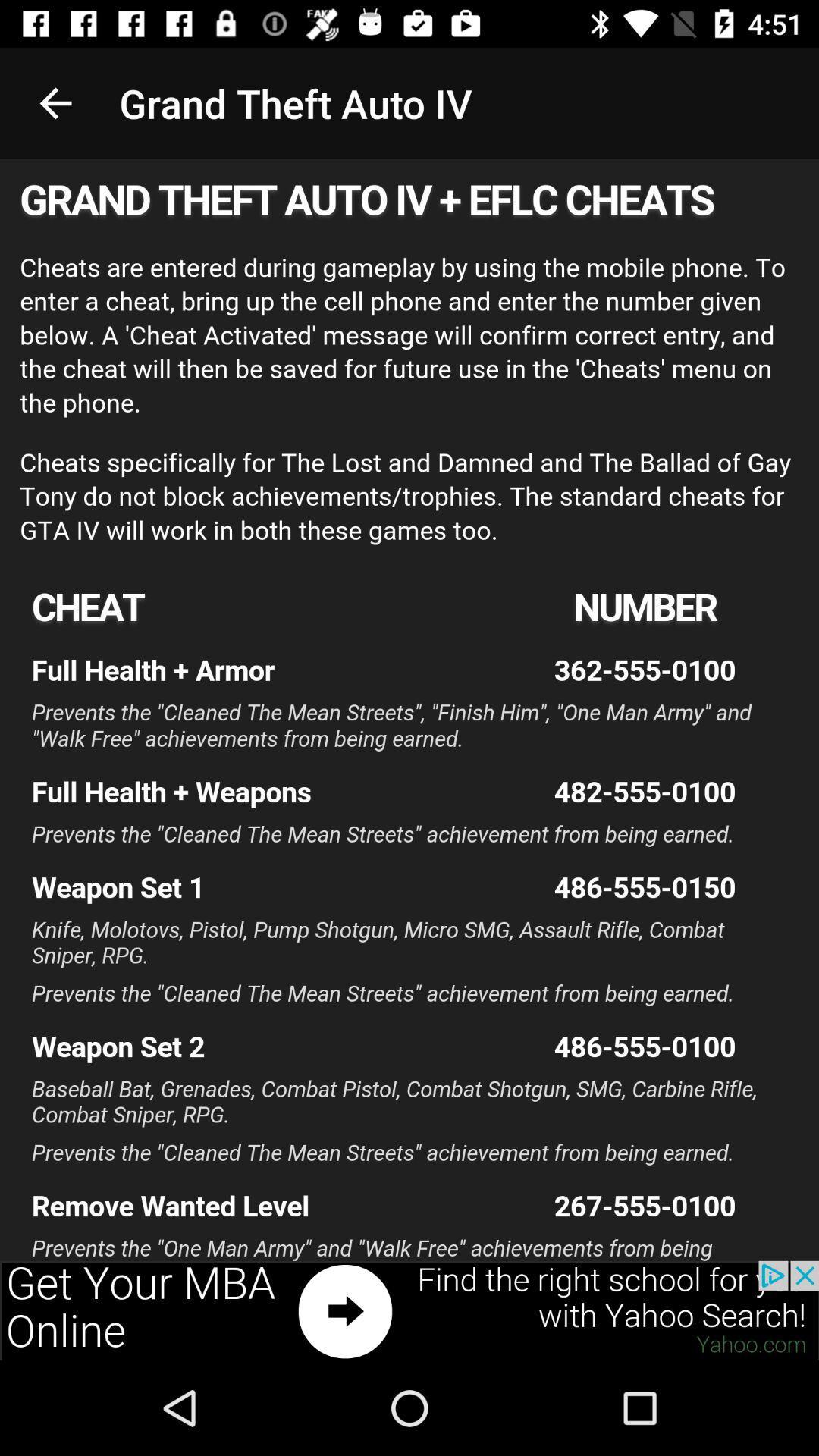  I want to click on advertisement, so click(409, 1310).